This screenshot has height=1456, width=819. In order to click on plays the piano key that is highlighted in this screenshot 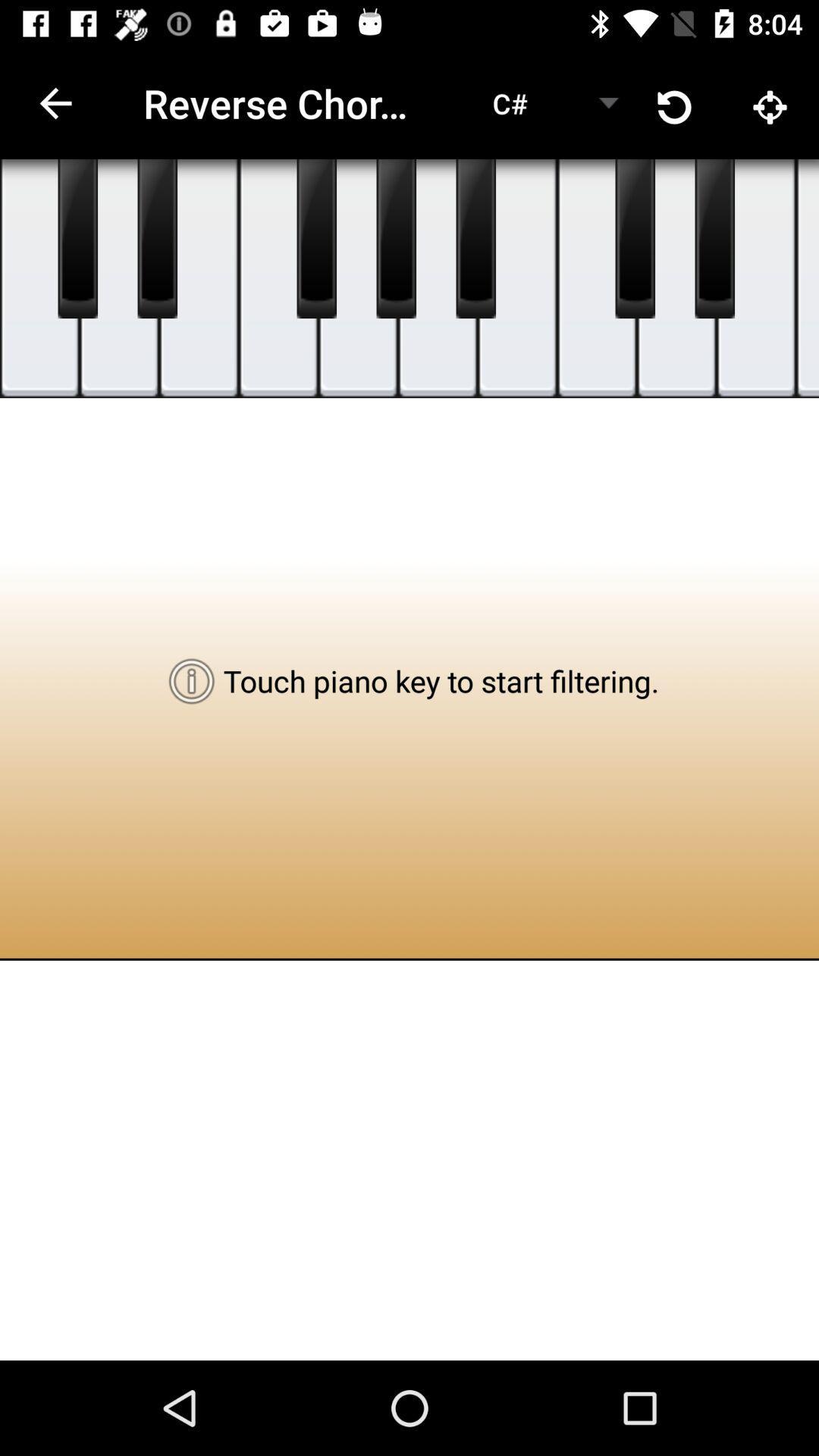, I will do `click(278, 278)`.